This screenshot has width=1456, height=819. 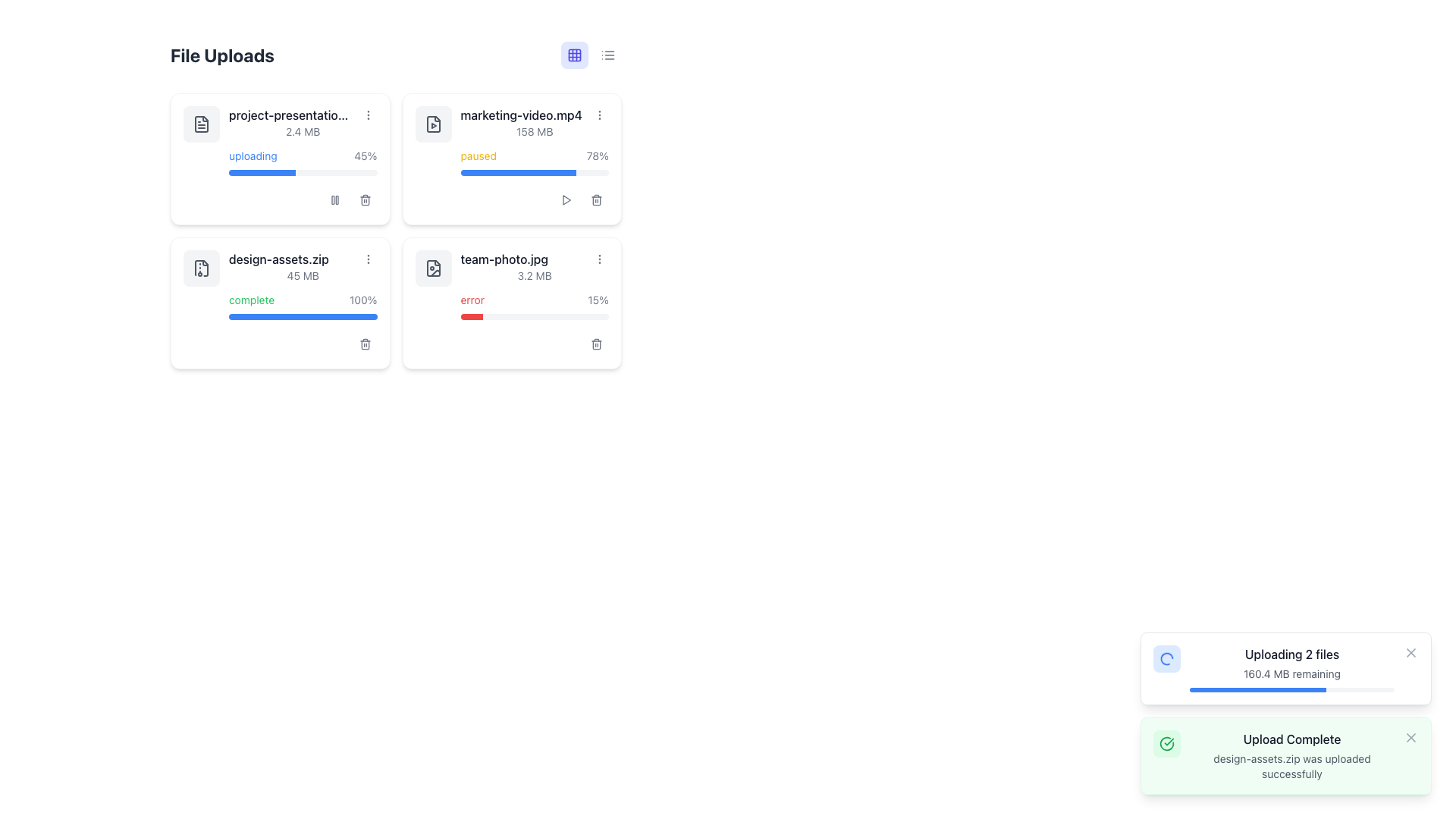 What do you see at coordinates (362, 300) in the screenshot?
I see `the '100%' text label indicating that the file 'design-assets.zip' has been completely uploaded, located in the bottom-left section of the interface next to the green 'complete' text` at bounding box center [362, 300].